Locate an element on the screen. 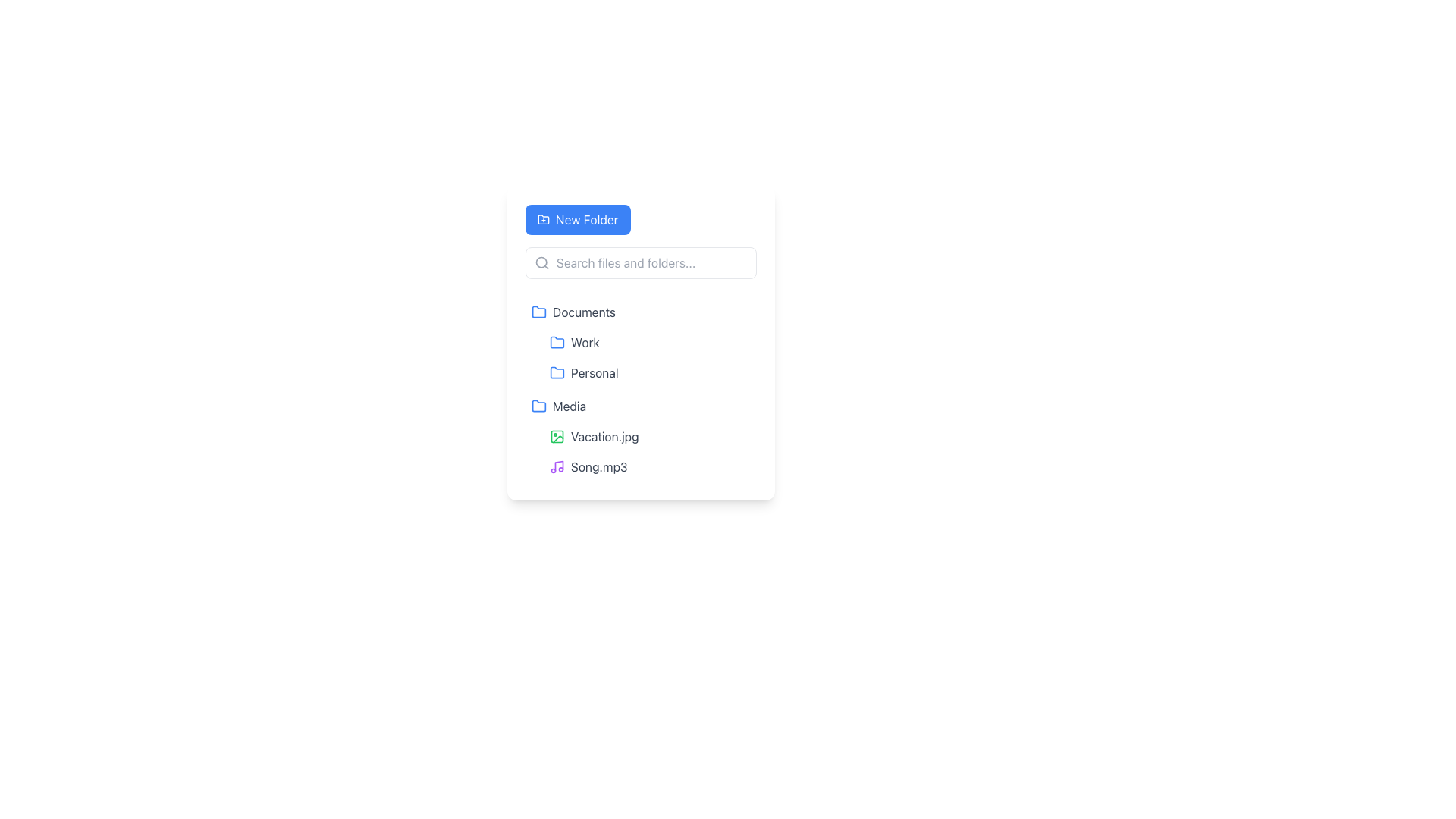  the selectable folder item labeled 'Work' located is located at coordinates (650, 342).